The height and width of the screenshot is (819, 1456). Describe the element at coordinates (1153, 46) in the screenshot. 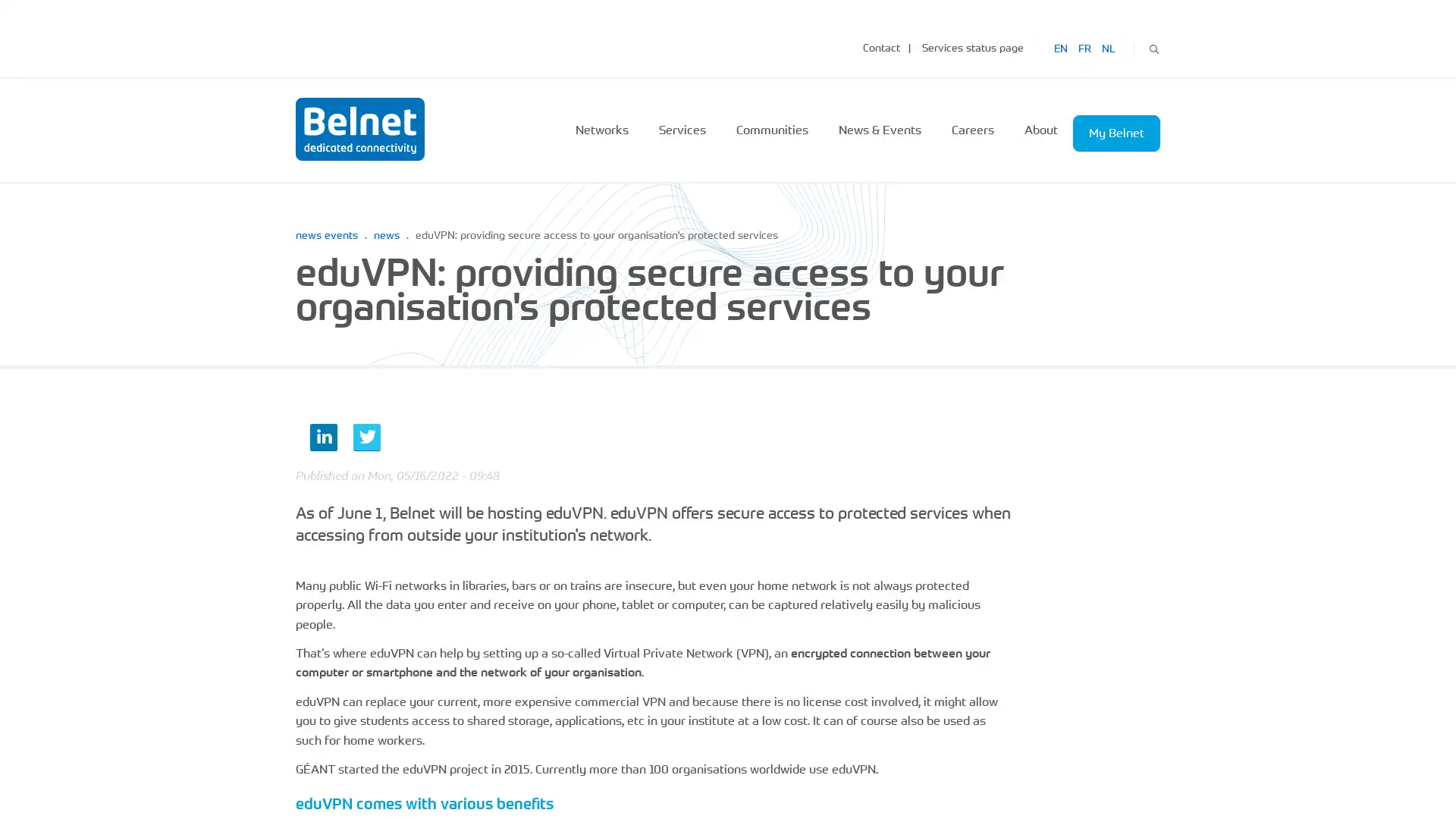

I see `Search` at that location.